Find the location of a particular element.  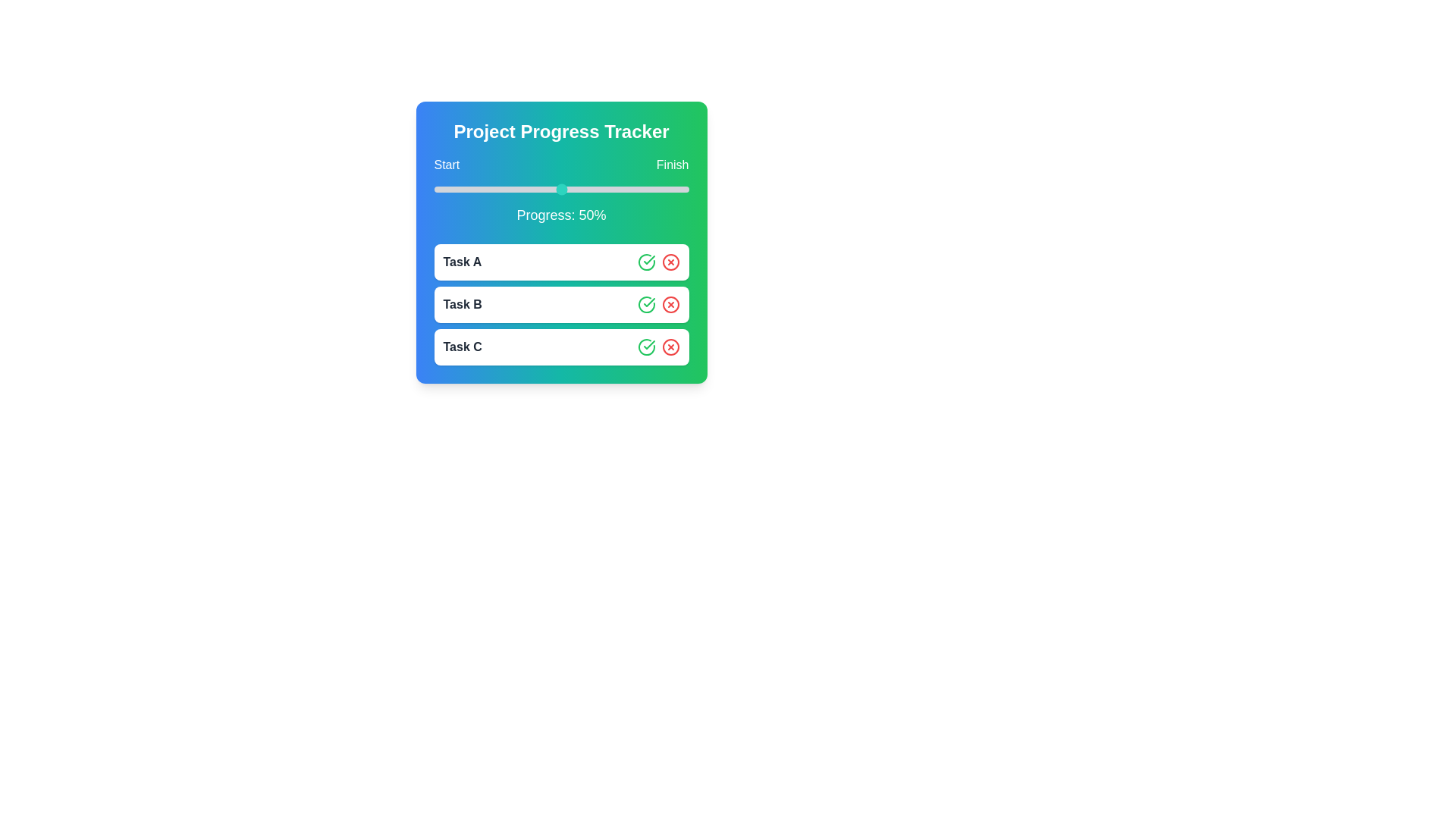

the progress bar to set the progress to 98% is located at coordinates (682, 189).